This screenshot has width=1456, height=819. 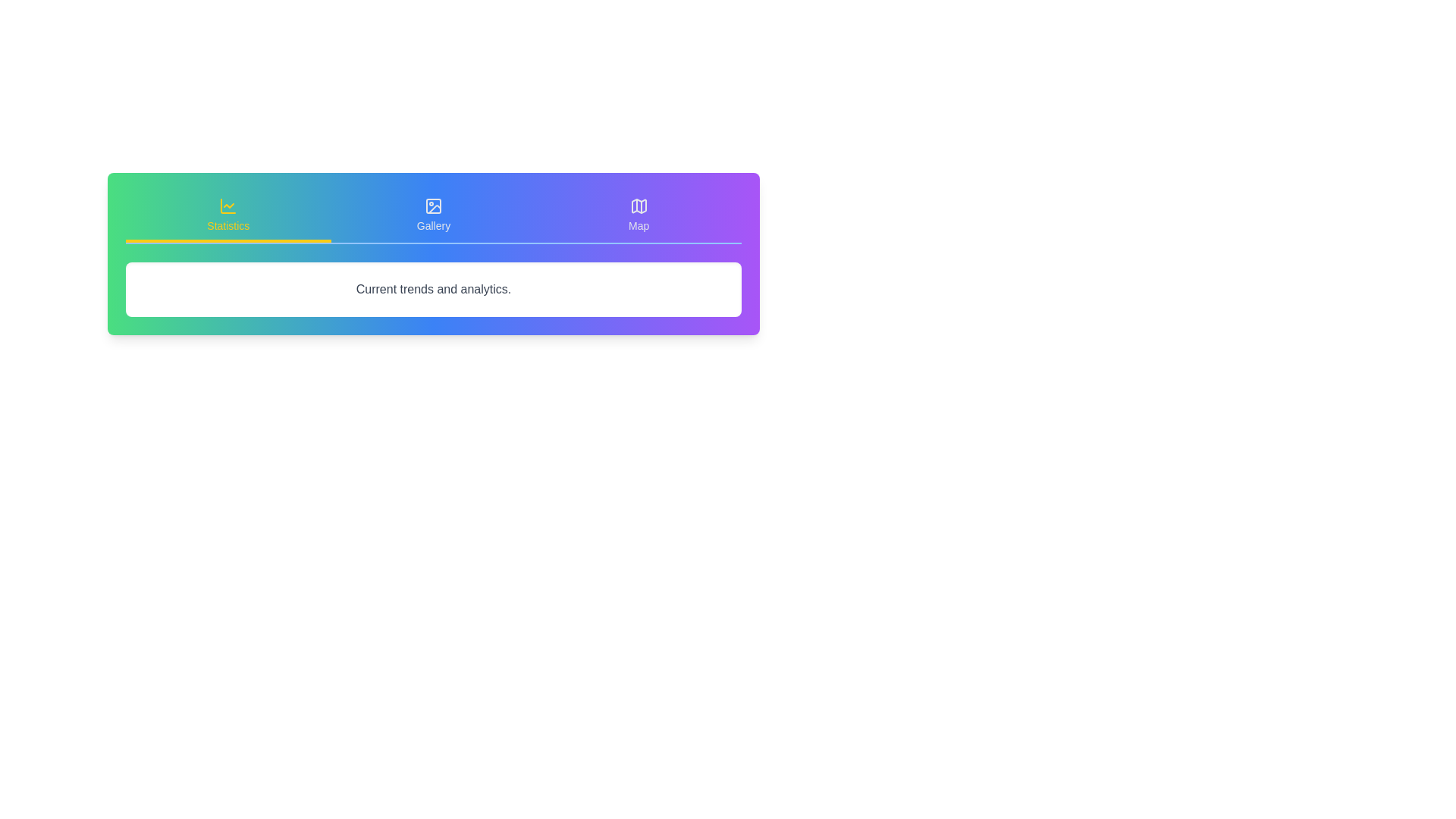 I want to click on the Gallery tab to view its content, so click(x=432, y=216).